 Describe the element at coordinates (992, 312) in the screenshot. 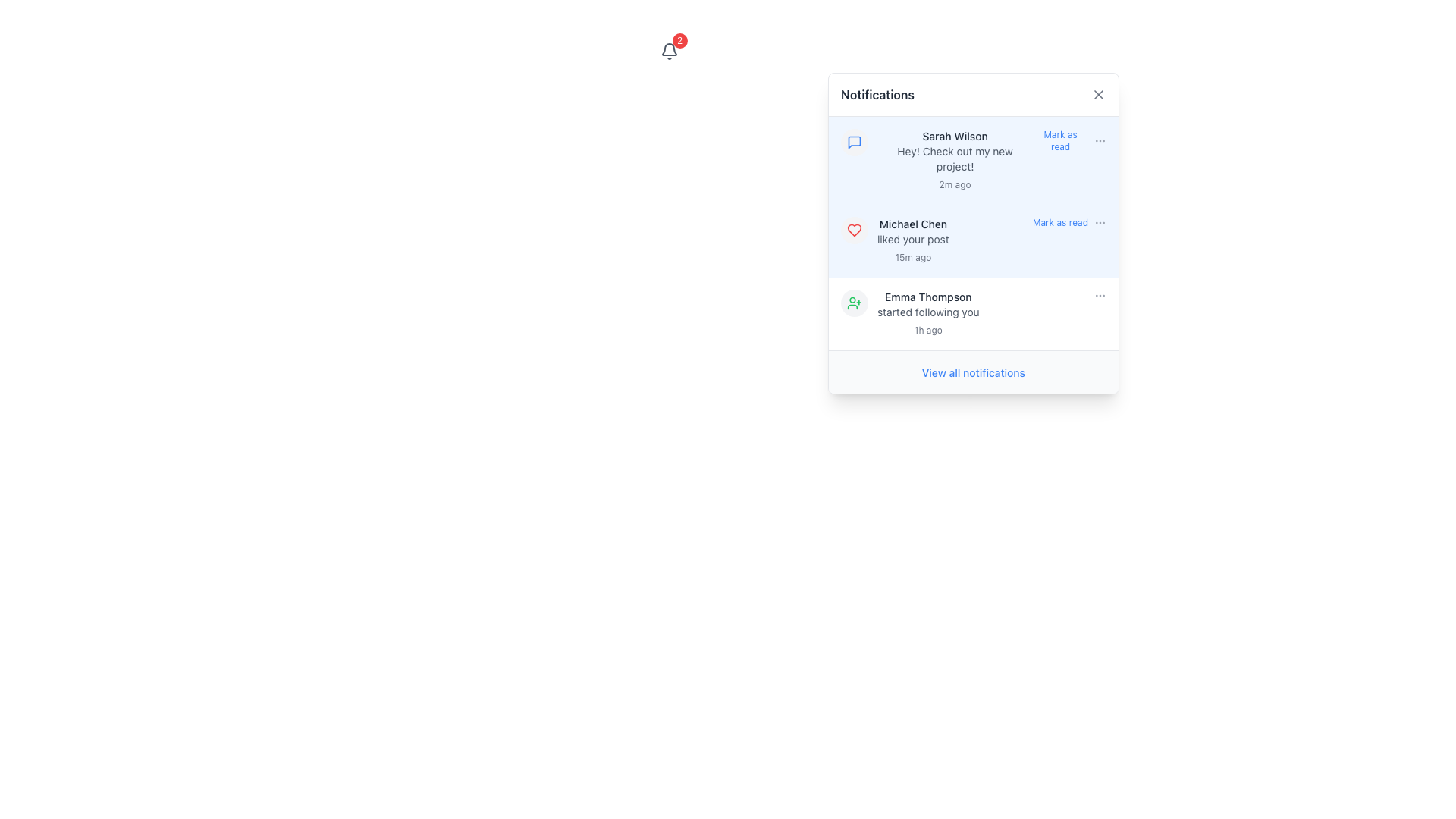

I see `the third notification entry that displays 'Emma Thompson started following you 1h ago'` at that location.